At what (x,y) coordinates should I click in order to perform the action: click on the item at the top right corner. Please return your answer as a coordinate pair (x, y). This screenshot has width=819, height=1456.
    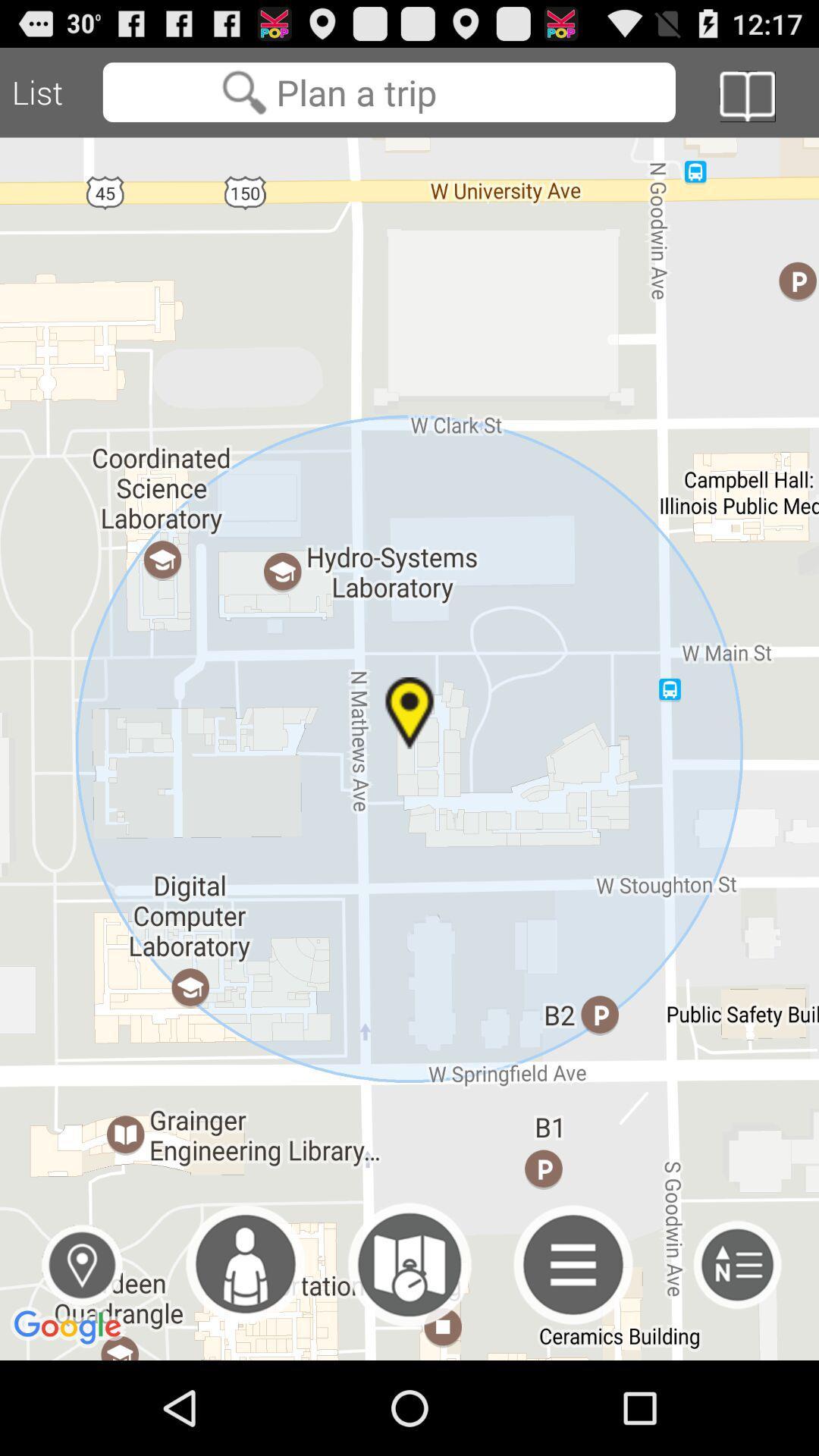
    Looking at the image, I should click on (746, 96).